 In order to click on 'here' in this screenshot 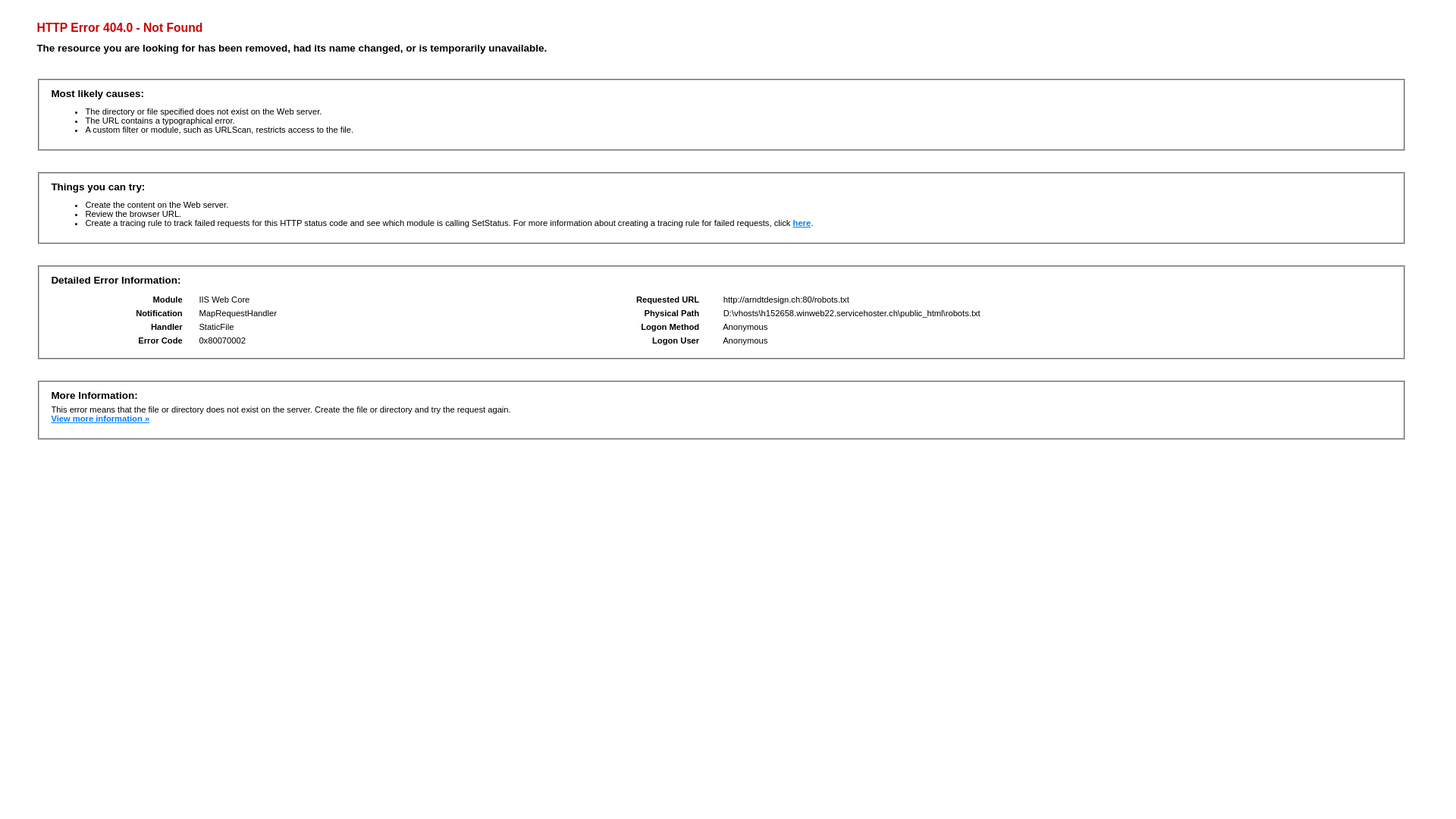, I will do `click(801, 222)`.